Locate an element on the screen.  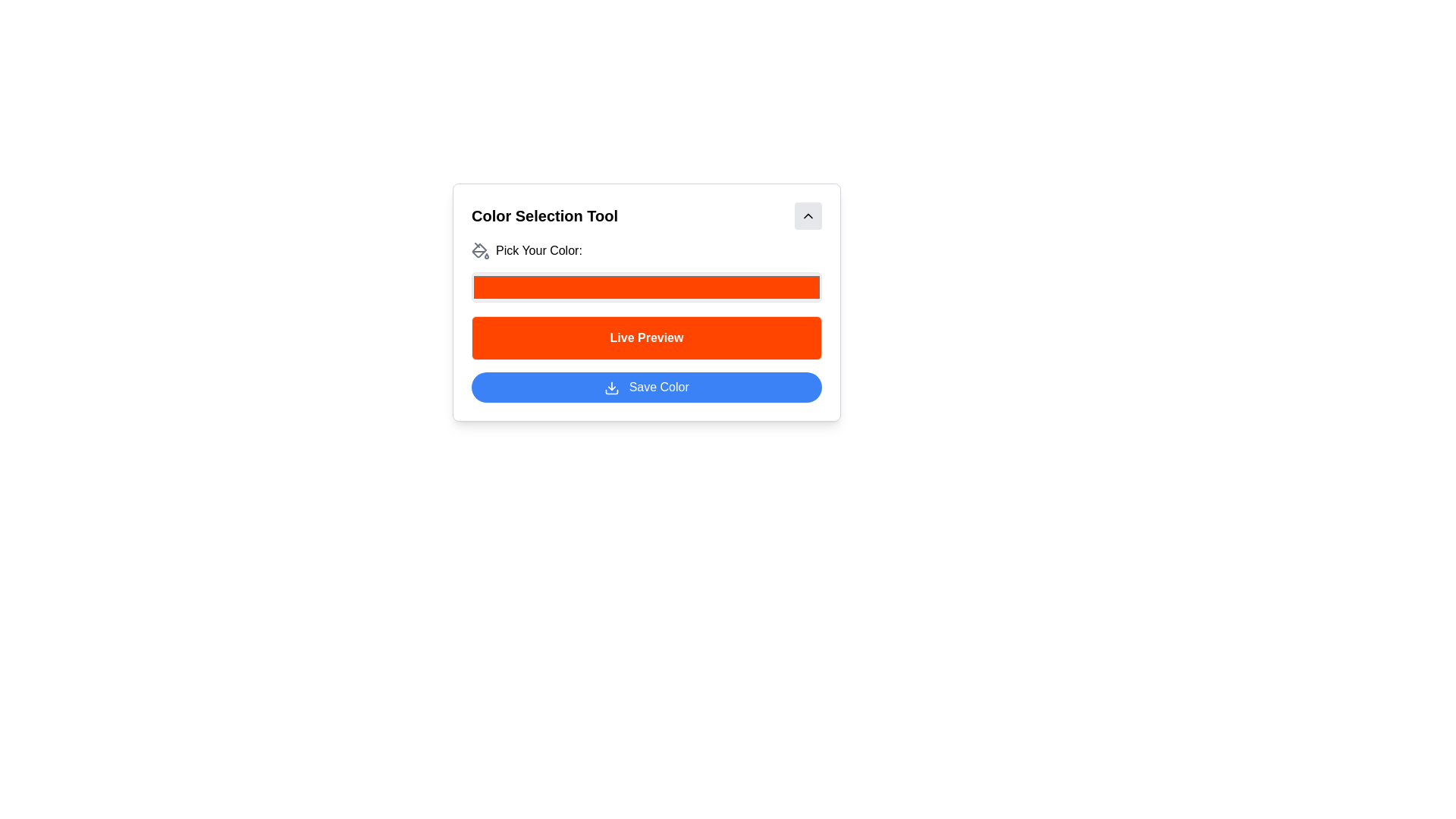
the 'Live Preview' button, which is a rectangular button with a bright orange background and white bold text, located below the orange color input field is located at coordinates (647, 337).